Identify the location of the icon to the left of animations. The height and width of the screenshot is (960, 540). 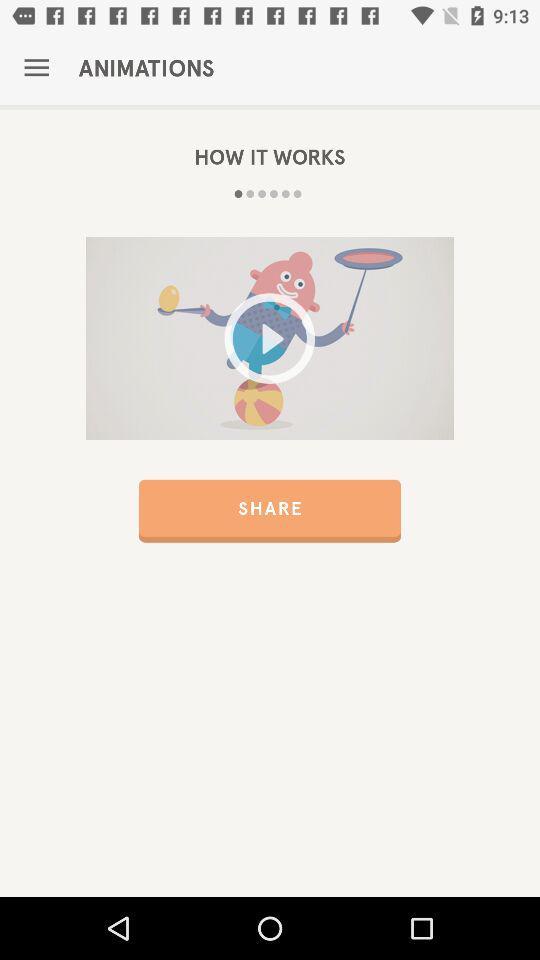
(36, 68).